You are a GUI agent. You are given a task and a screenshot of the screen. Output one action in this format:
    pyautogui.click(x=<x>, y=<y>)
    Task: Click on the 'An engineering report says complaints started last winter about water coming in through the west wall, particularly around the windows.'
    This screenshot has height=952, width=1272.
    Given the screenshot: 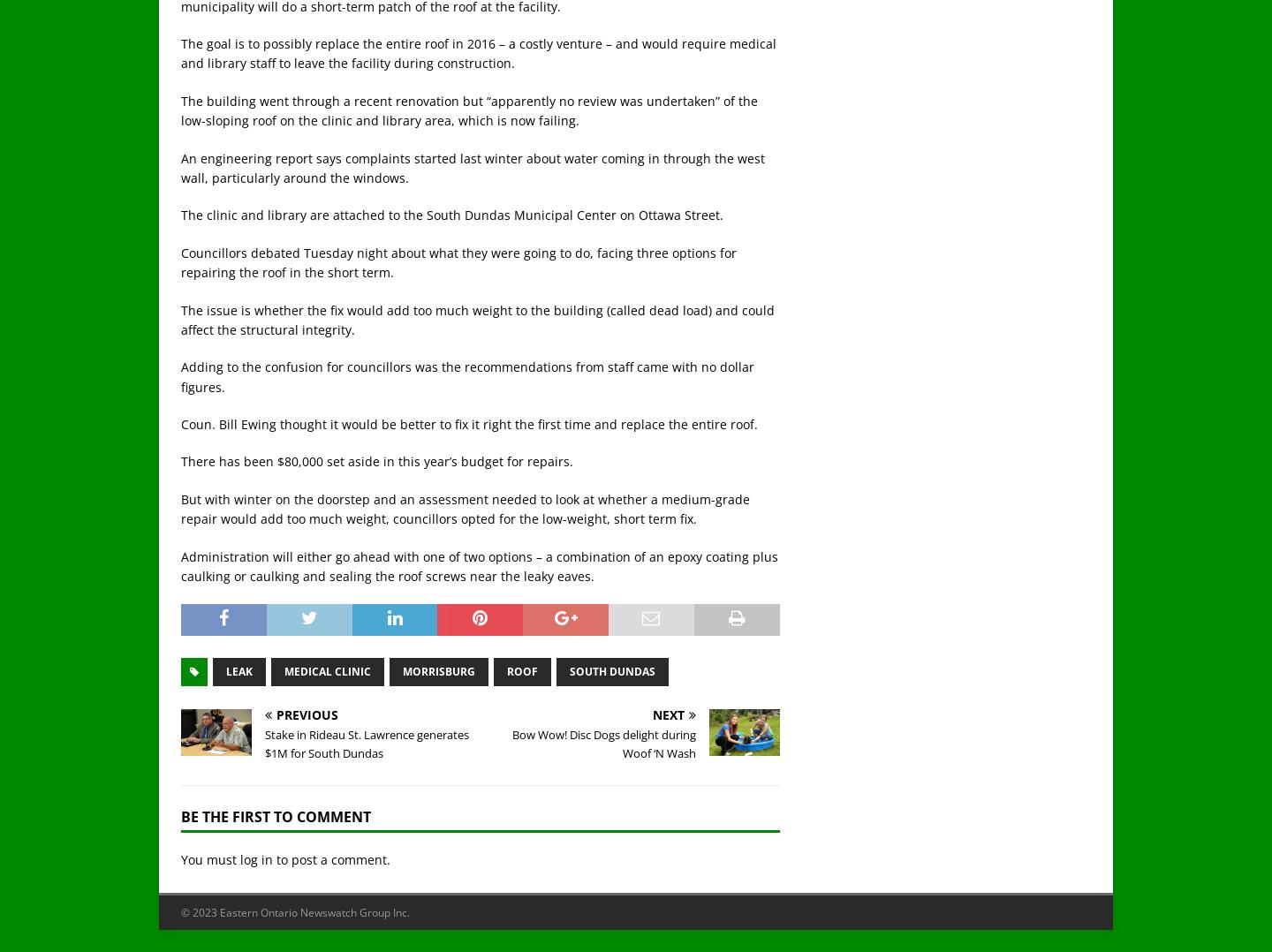 What is the action you would take?
    pyautogui.click(x=472, y=166)
    